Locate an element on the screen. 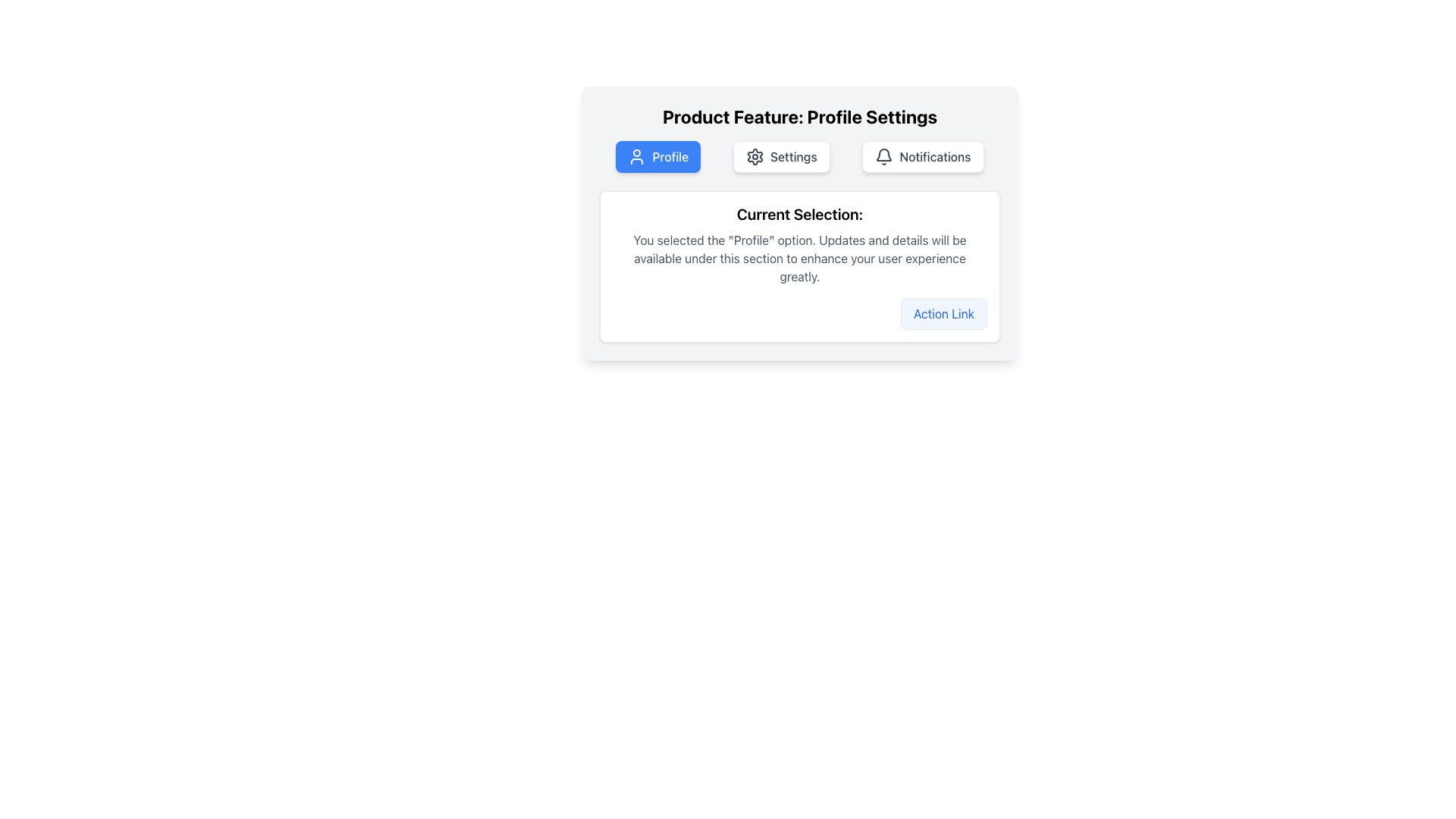 This screenshot has height=819, width=1456. the text display element that reads 'Product Feature: Profile Settings' at the top of the content card is located at coordinates (799, 116).